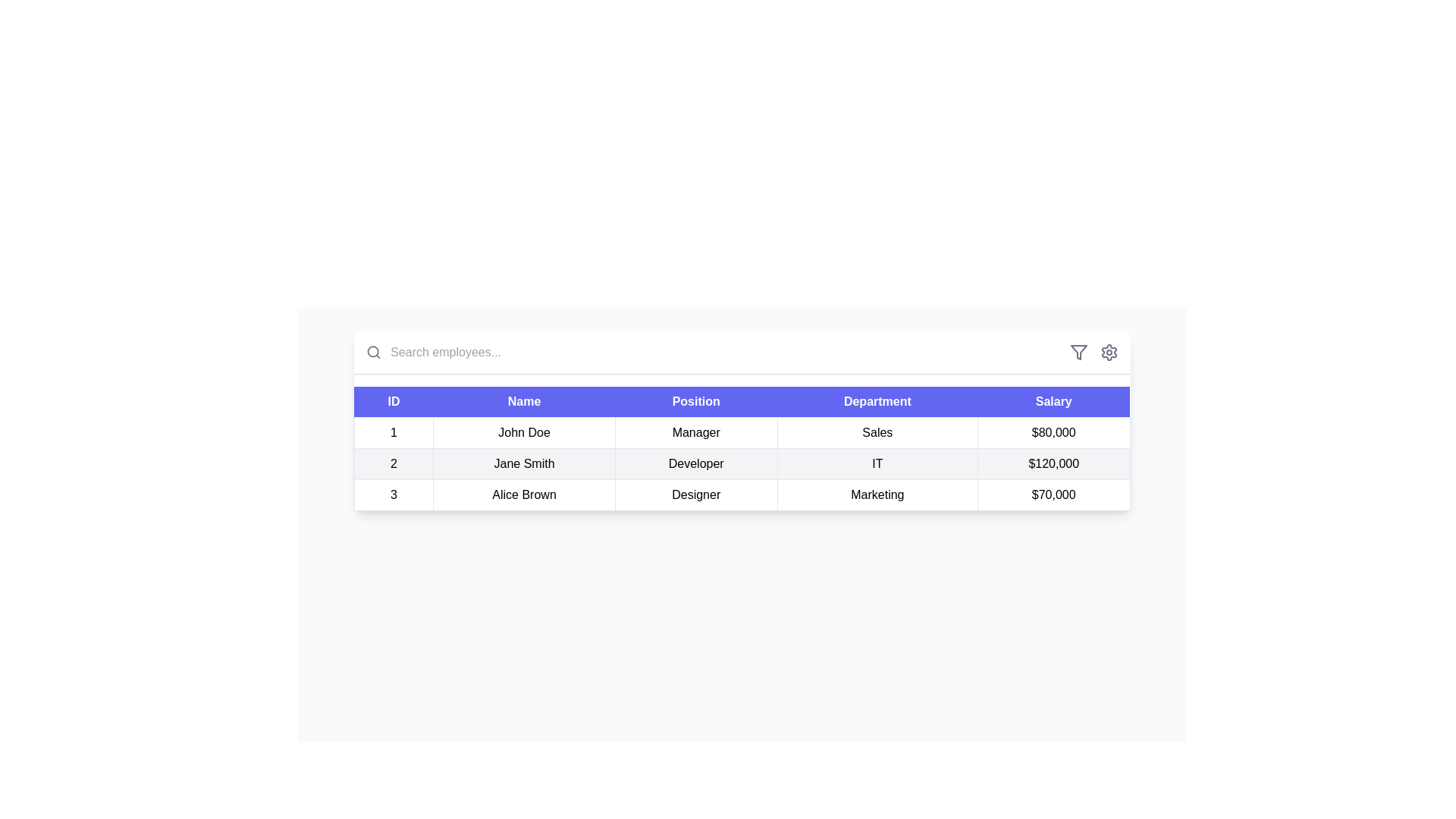  What do you see at coordinates (524, 494) in the screenshot?
I see `the text field displaying 'Alice Brown', which is located in the third row of a table under the 'Name' column, between 'ID' and 'Position' columns` at bounding box center [524, 494].